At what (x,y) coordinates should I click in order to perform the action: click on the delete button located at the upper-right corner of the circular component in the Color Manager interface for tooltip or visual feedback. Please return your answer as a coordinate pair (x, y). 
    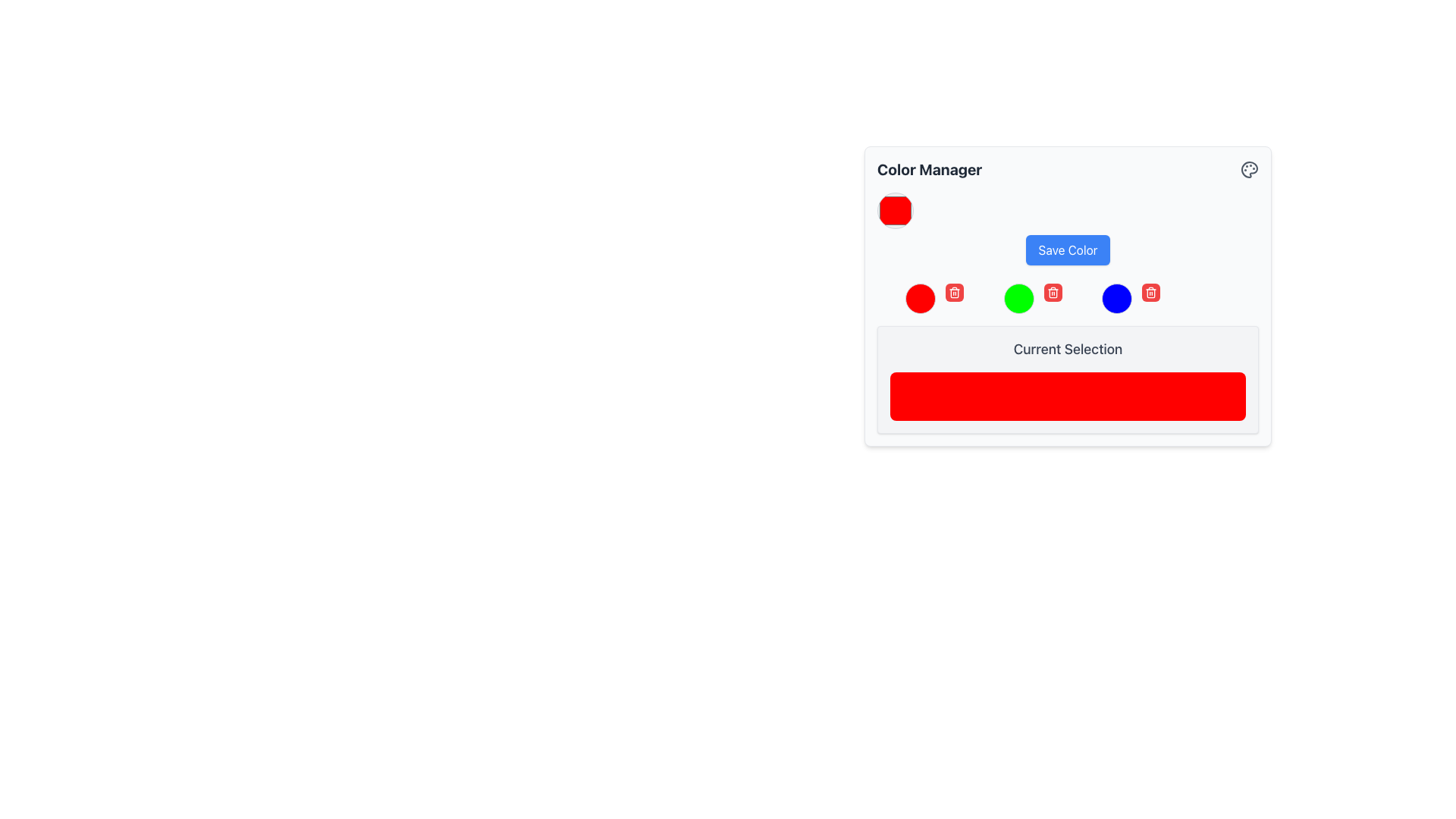
    Looking at the image, I should click on (953, 292).